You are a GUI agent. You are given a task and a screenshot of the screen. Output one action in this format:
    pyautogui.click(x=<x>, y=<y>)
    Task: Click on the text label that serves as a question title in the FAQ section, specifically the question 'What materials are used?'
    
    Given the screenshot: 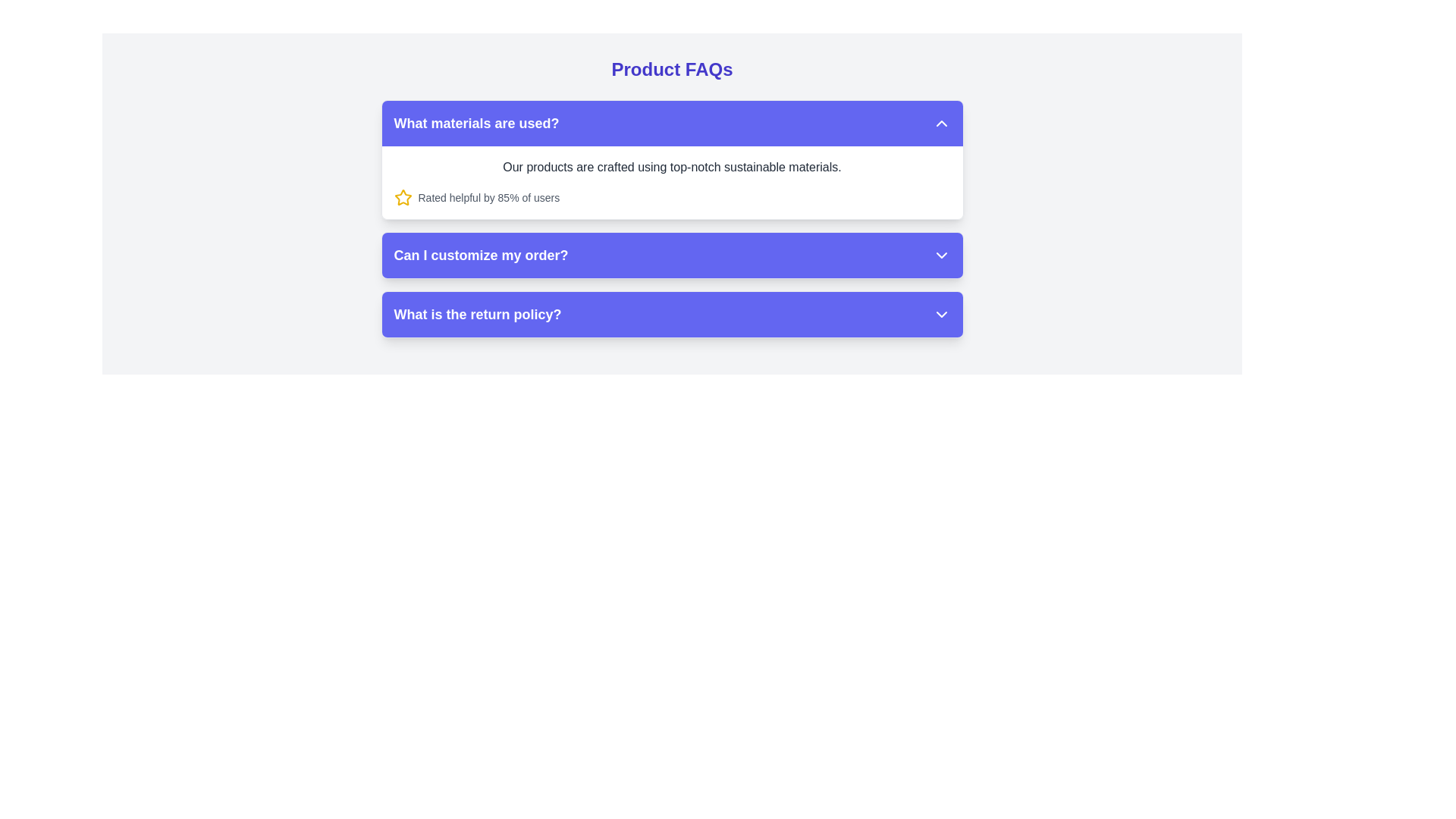 What is the action you would take?
    pyautogui.click(x=475, y=122)
    